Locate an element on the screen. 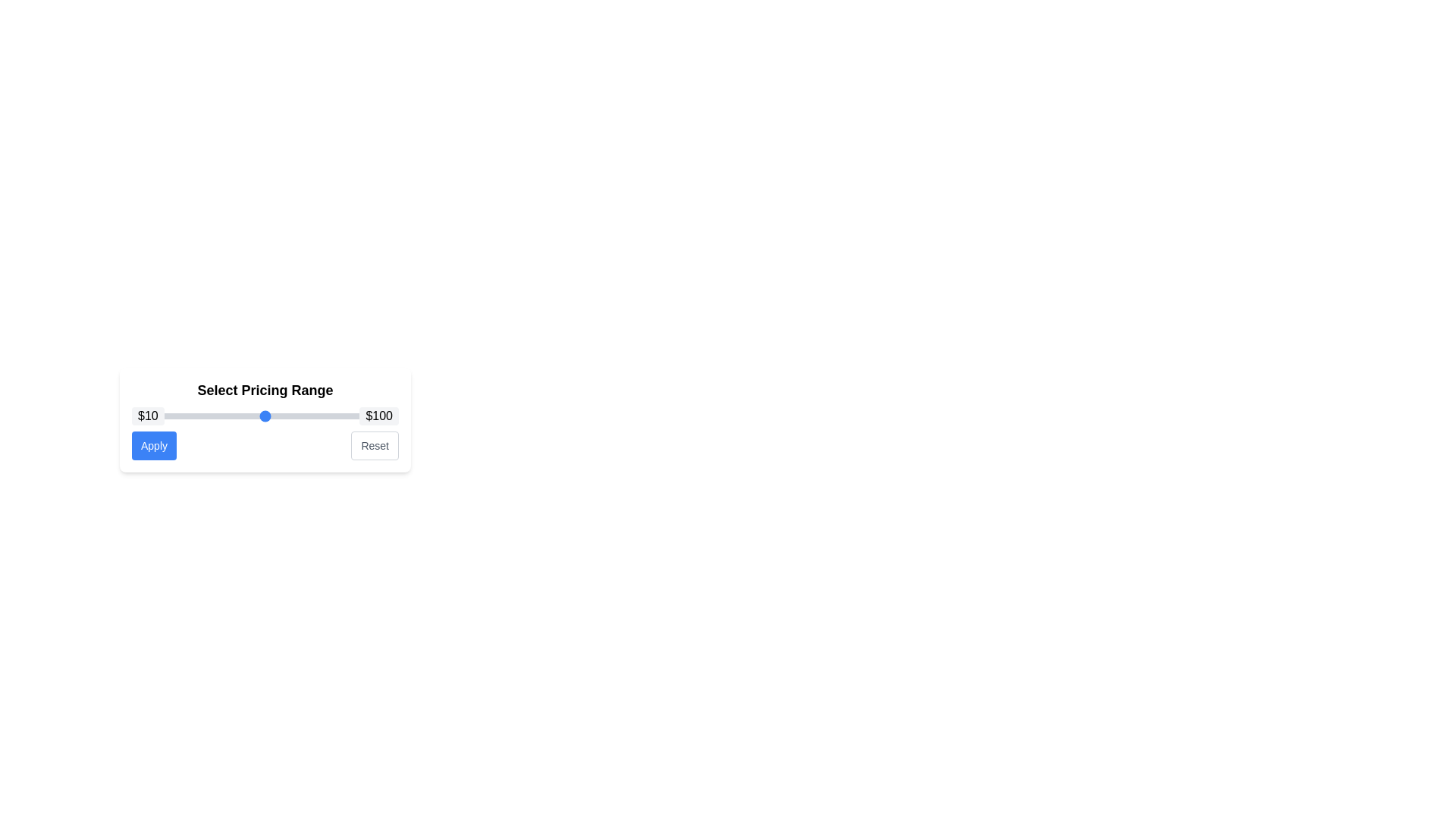 The width and height of the screenshot is (1456, 819). the range slider located between the '$10' and '$100' labels is located at coordinates (265, 416).